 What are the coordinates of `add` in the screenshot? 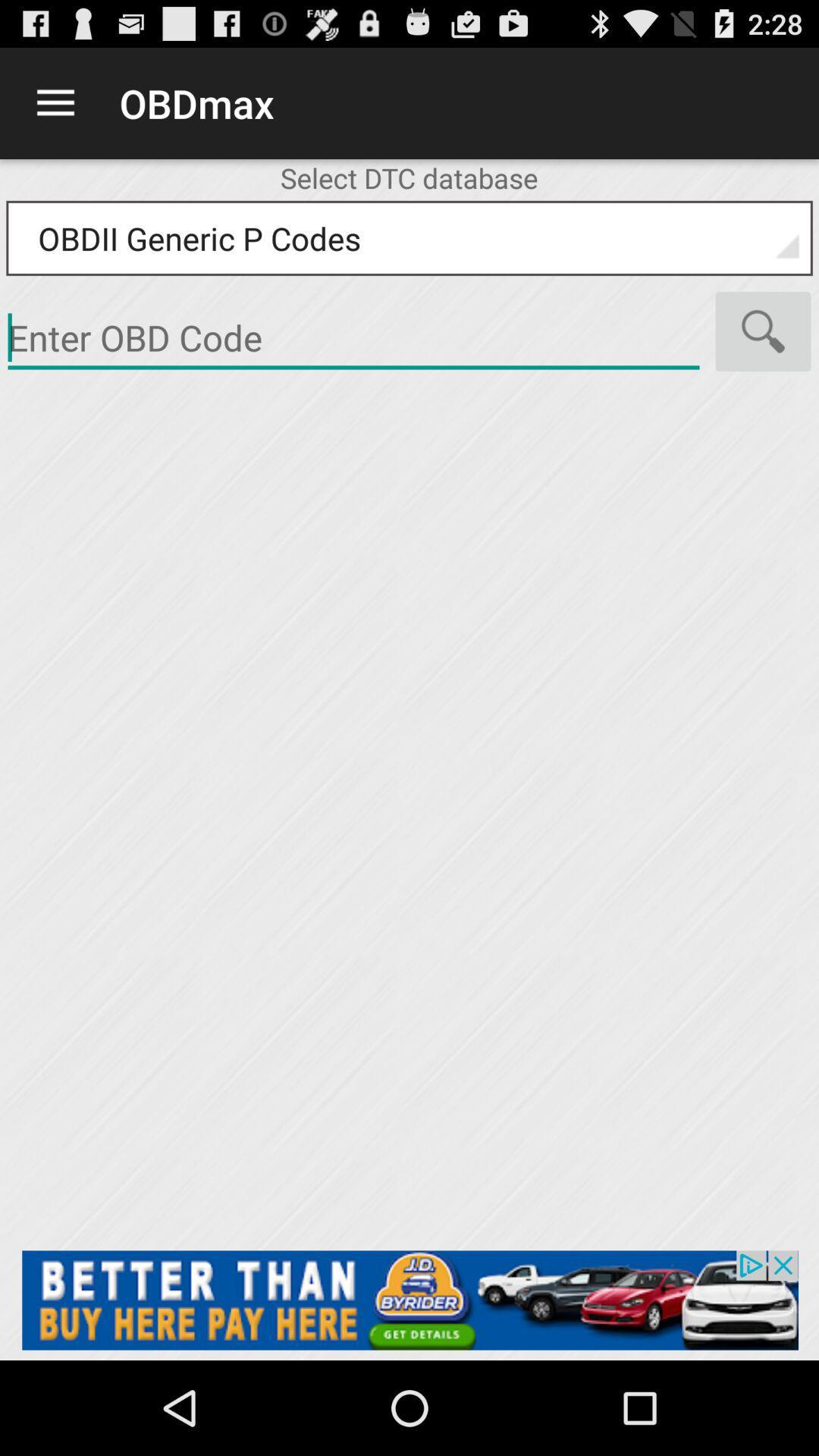 It's located at (409, 1299).